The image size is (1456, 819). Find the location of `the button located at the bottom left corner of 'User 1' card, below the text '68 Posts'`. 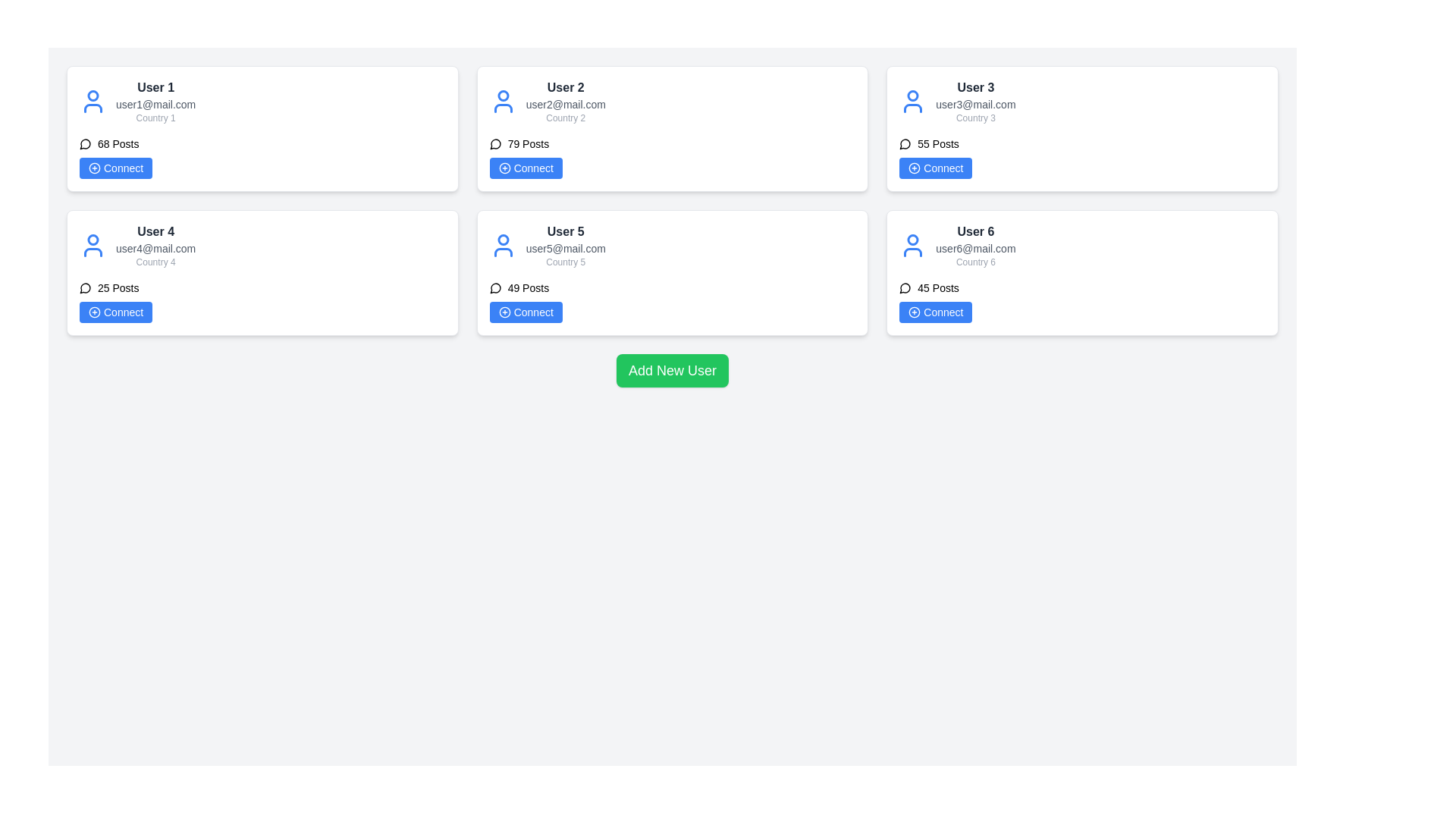

the button located at the bottom left corner of 'User 1' card, below the text '68 Posts' is located at coordinates (115, 168).